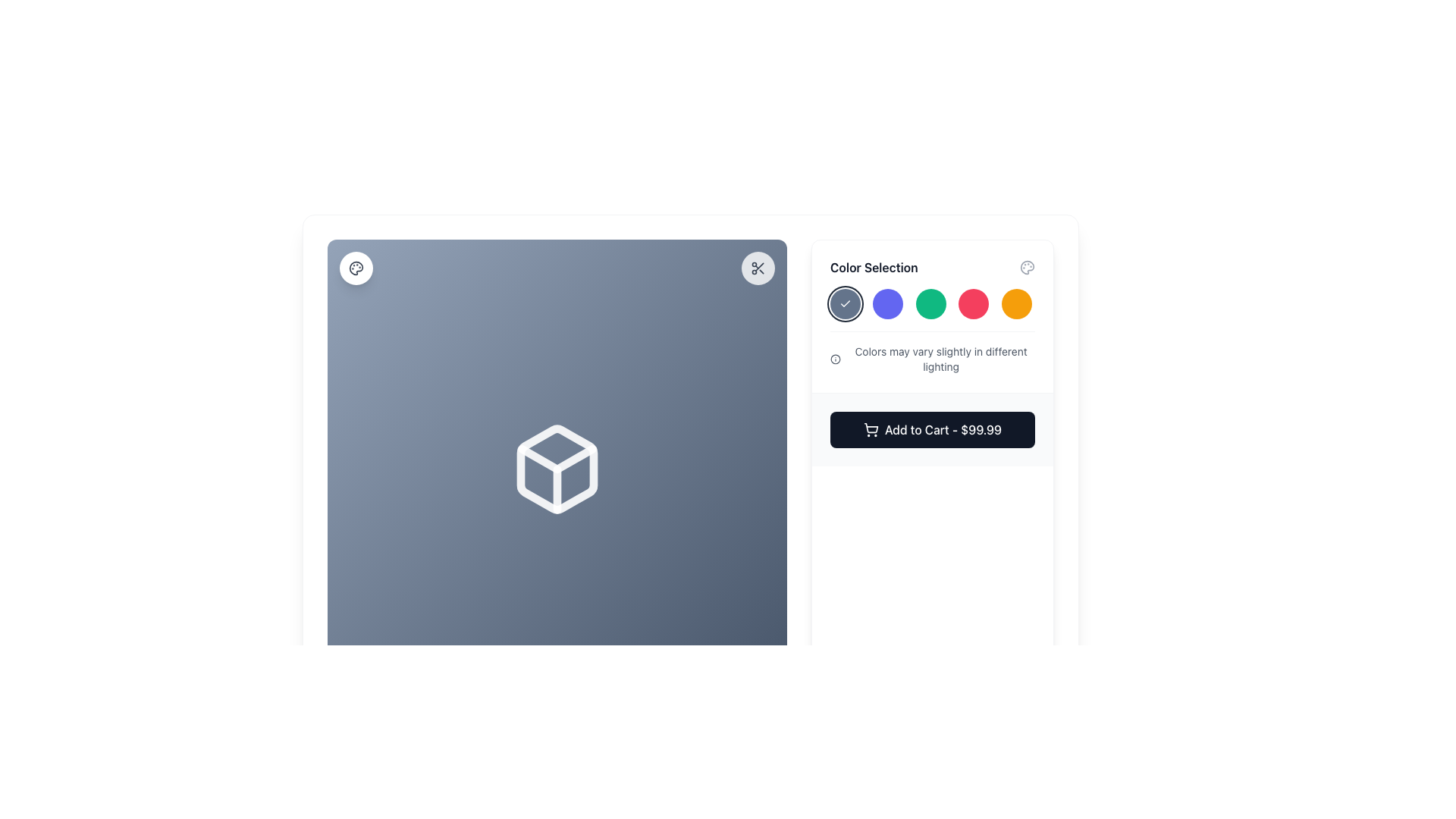 The image size is (1456, 819). What do you see at coordinates (874, 267) in the screenshot?
I see `text of the label that says 'Color Selection', which is located at the top-left corner of the color selection section, adjacent to a large square preview area` at bounding box center [874, 267].